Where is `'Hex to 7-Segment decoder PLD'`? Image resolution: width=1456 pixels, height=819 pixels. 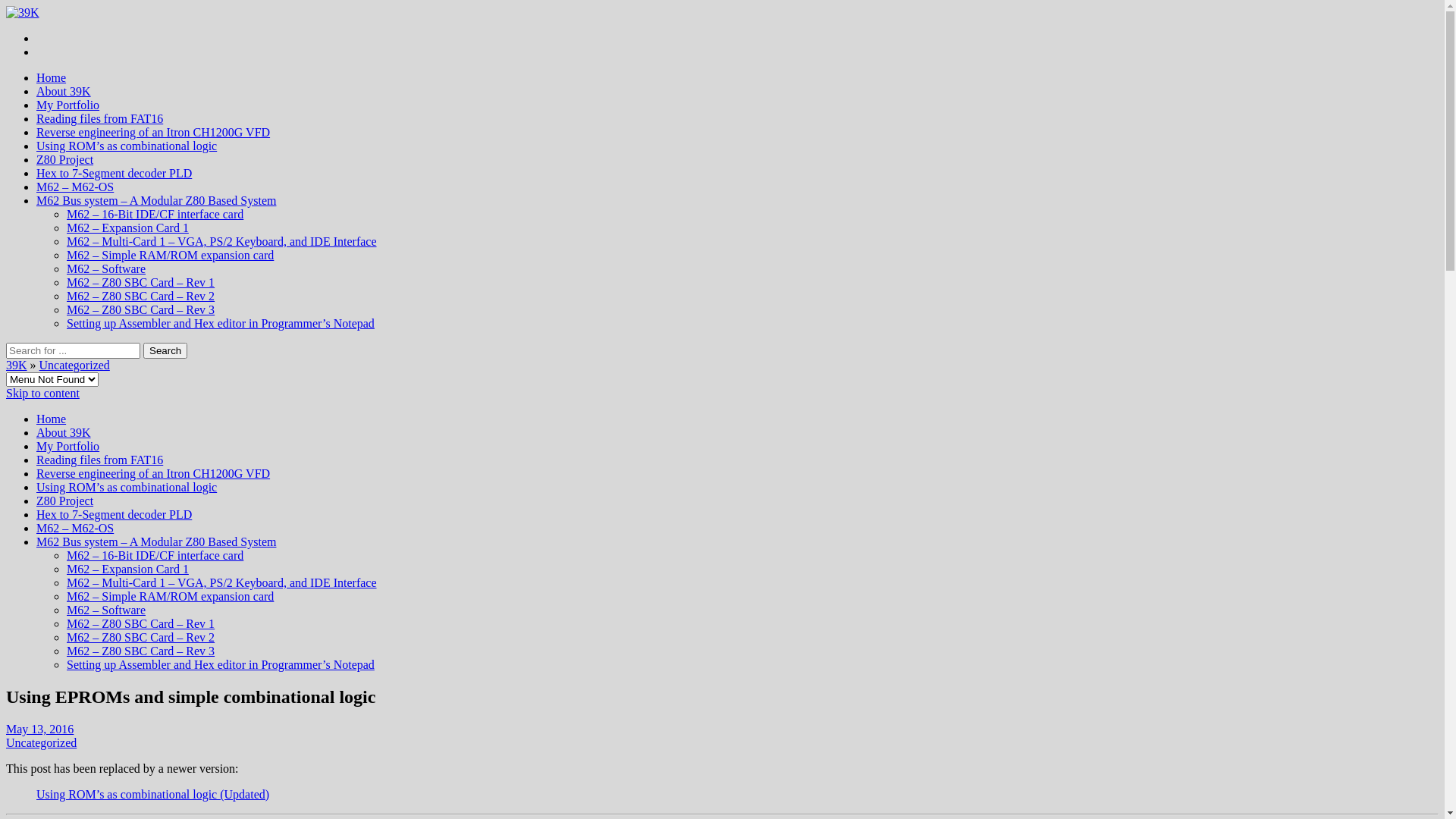
'Hex to 7-Segment decoder PLD' is located at coordinates (113, 172).